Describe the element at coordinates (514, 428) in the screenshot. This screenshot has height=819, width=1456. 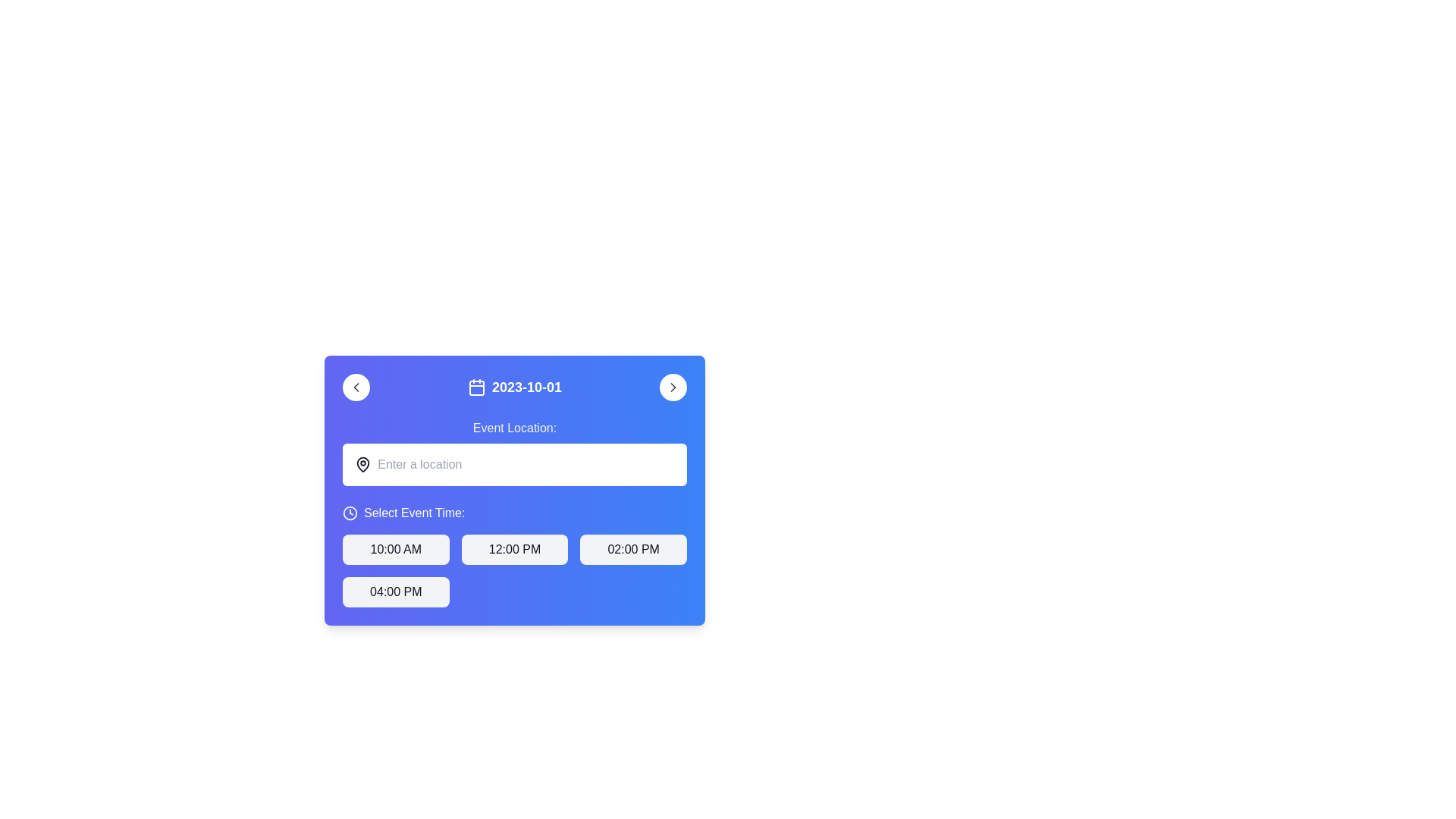
I see `the static text label that displays 'Event Location:', which is styled in gray and positioned above the input box` at that location.